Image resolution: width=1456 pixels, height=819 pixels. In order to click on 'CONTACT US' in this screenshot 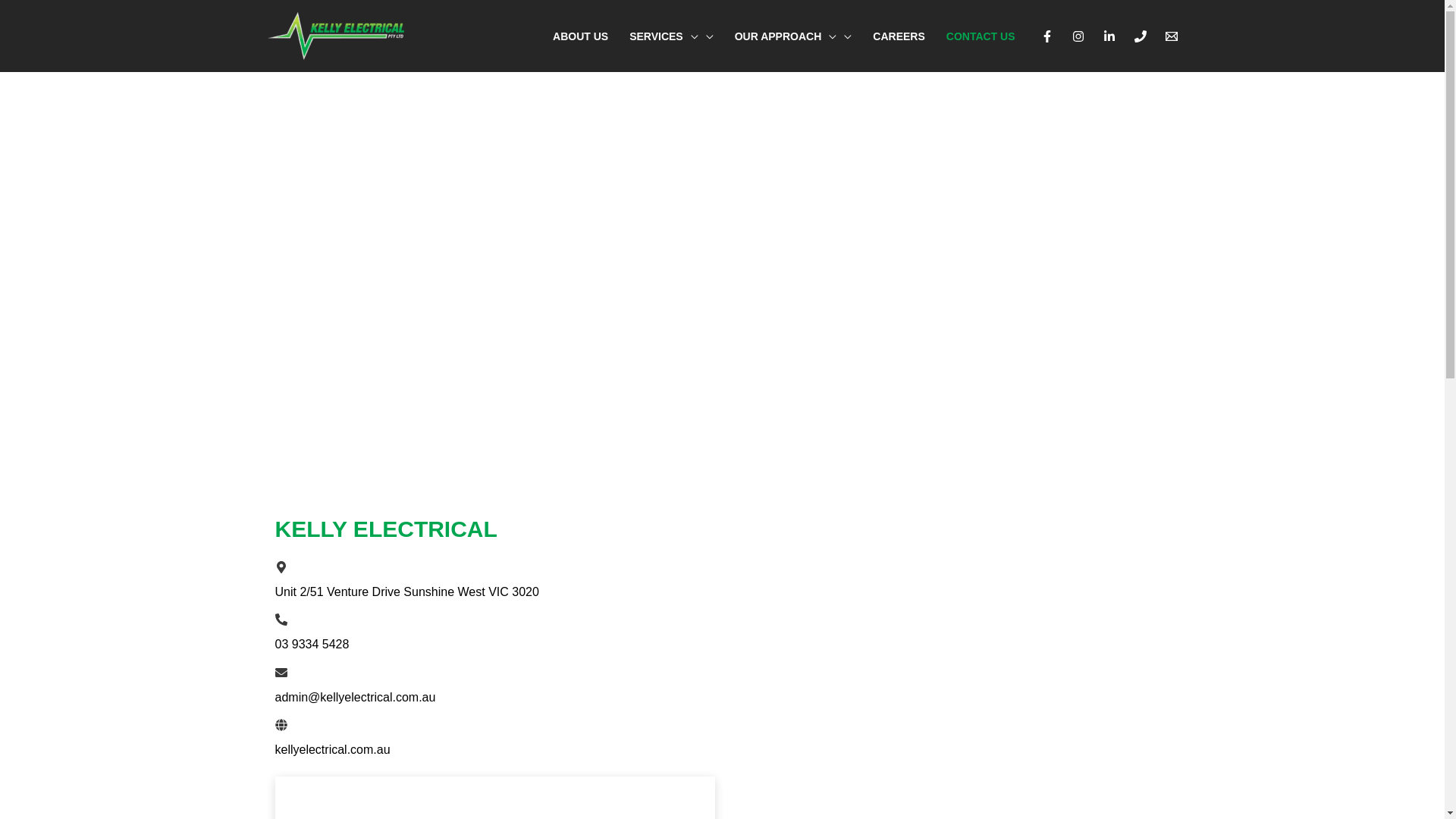, I will do `click(934, 35)`.